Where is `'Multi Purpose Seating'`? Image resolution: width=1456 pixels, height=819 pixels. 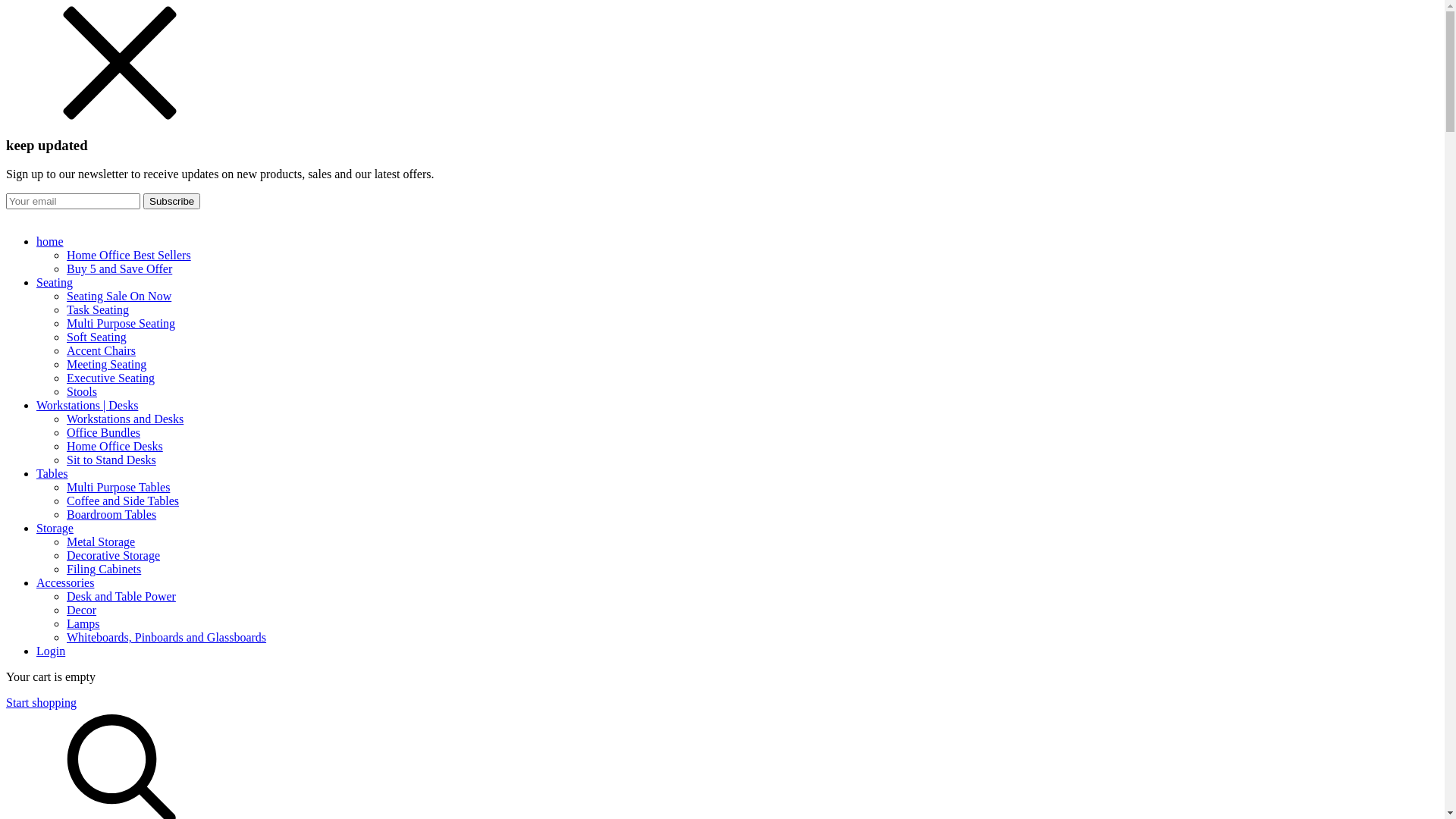 'Multi Purpose Seating' is located at coordinates (120, 322).